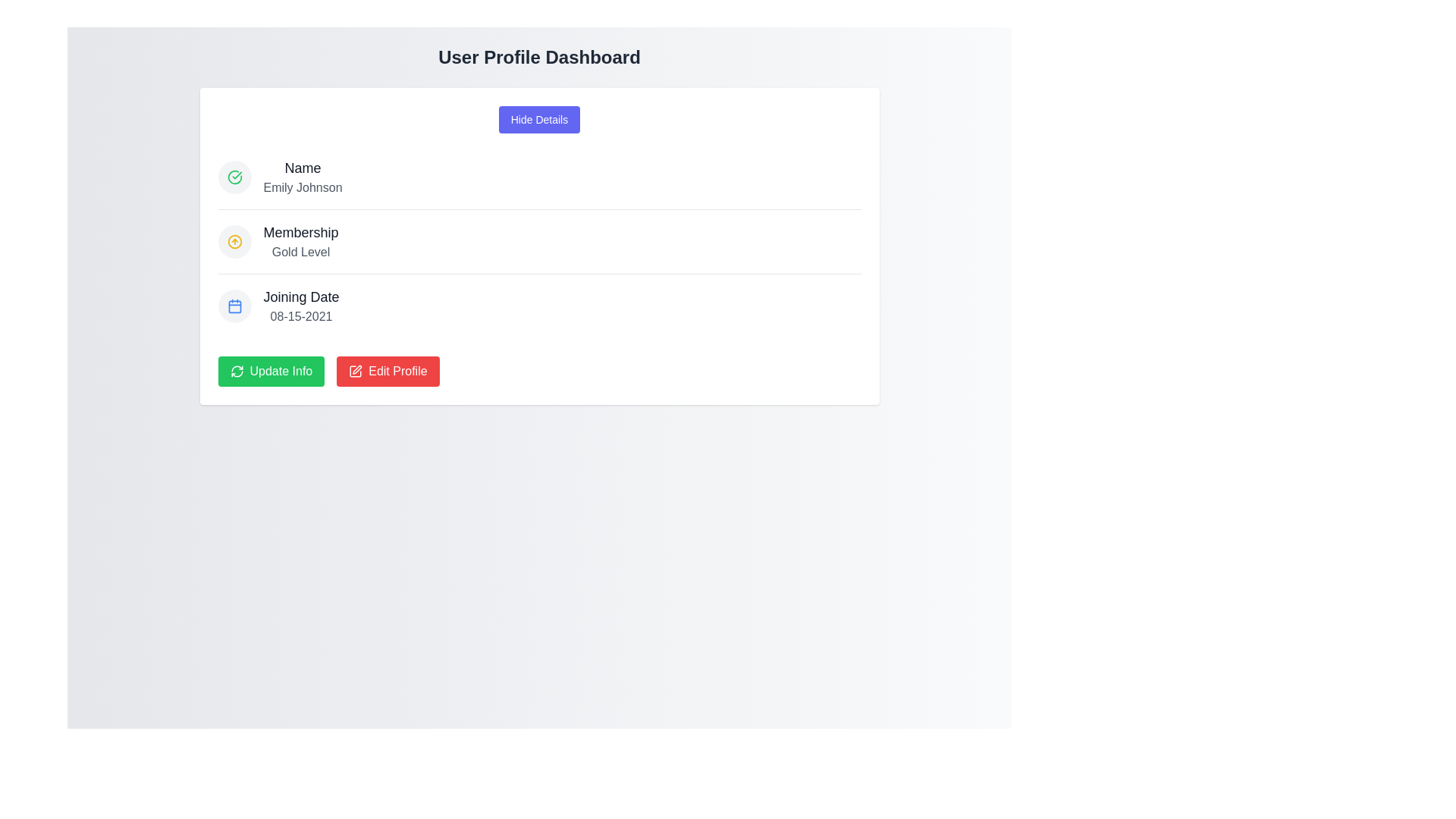 This screenshot has height=819, width=1456. I want to click on the Text Label that describes the user's name, positioned above 'Membership' and 'Joining Date' in the user information panel, so click(303, 168).